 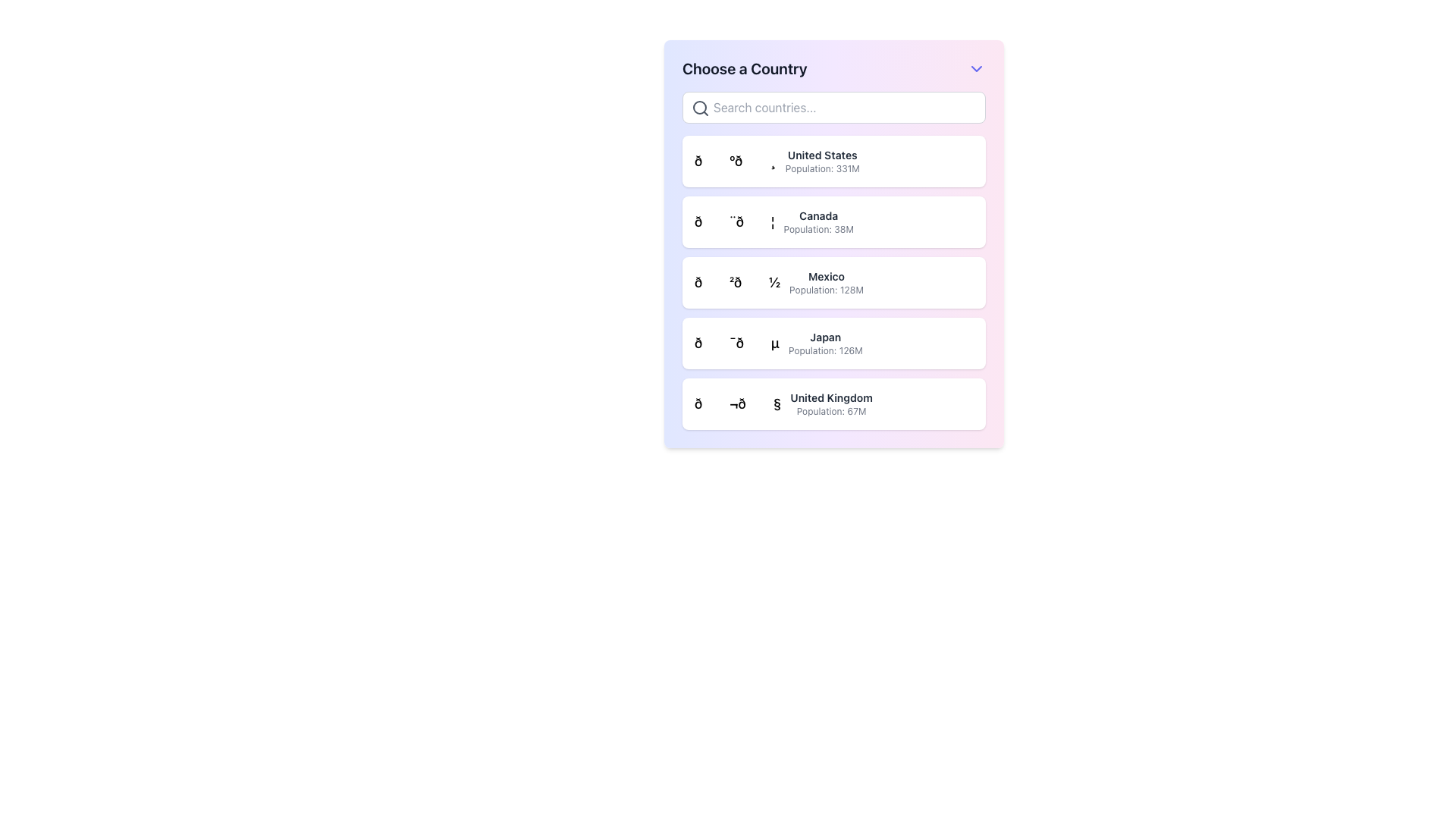 What do you see at coordinates (825, 290) in the screenshot?
I see `text label displaying the population of Mexico, which is located in the third list item of the dropdown menu under 'Choose a Country'` at bounding box center [825, 290].